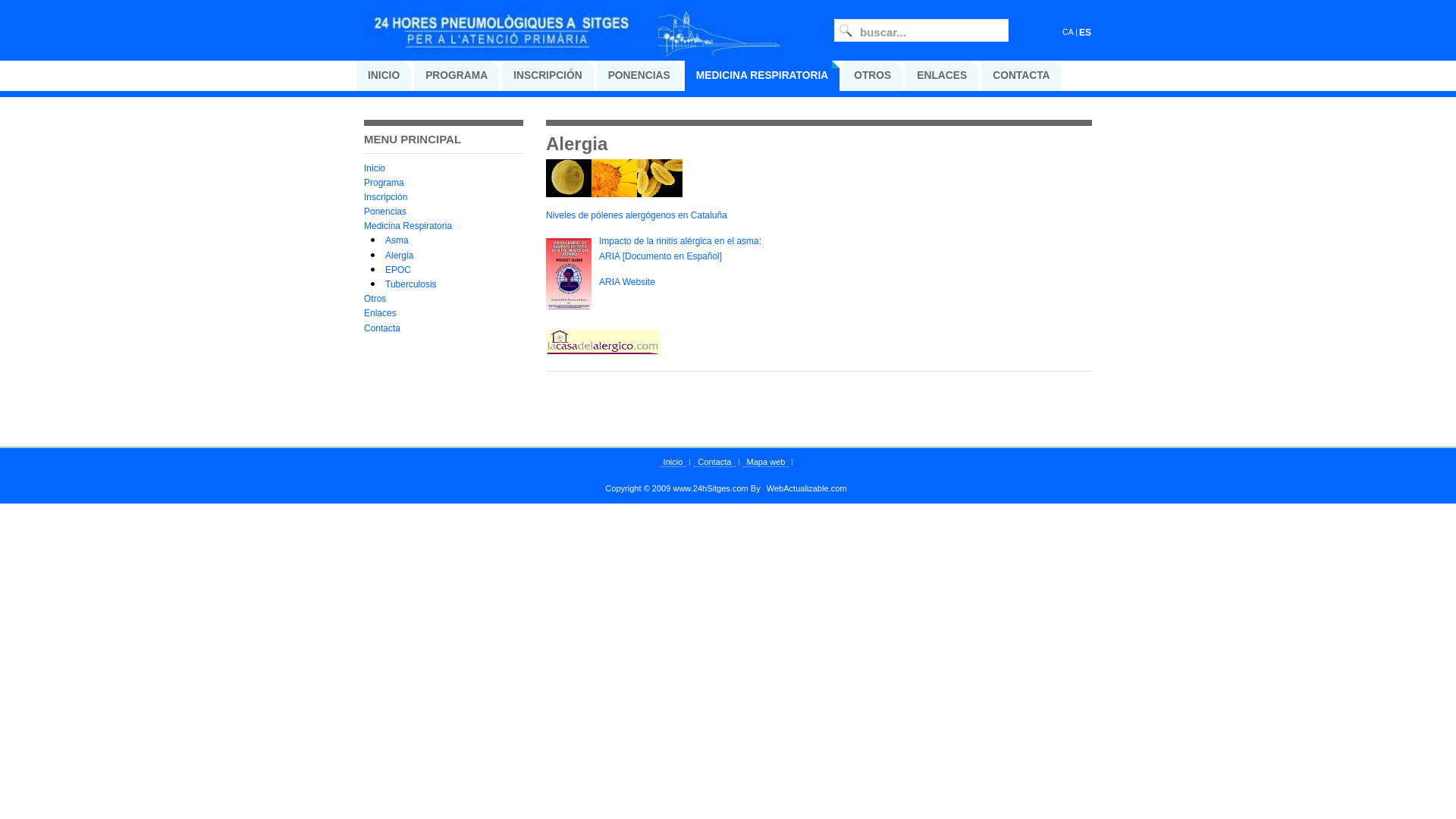 This screenshot has height=819, width=1456. I want to click on 'MEDICINA RESPIRATORIA', so click(762, 76).